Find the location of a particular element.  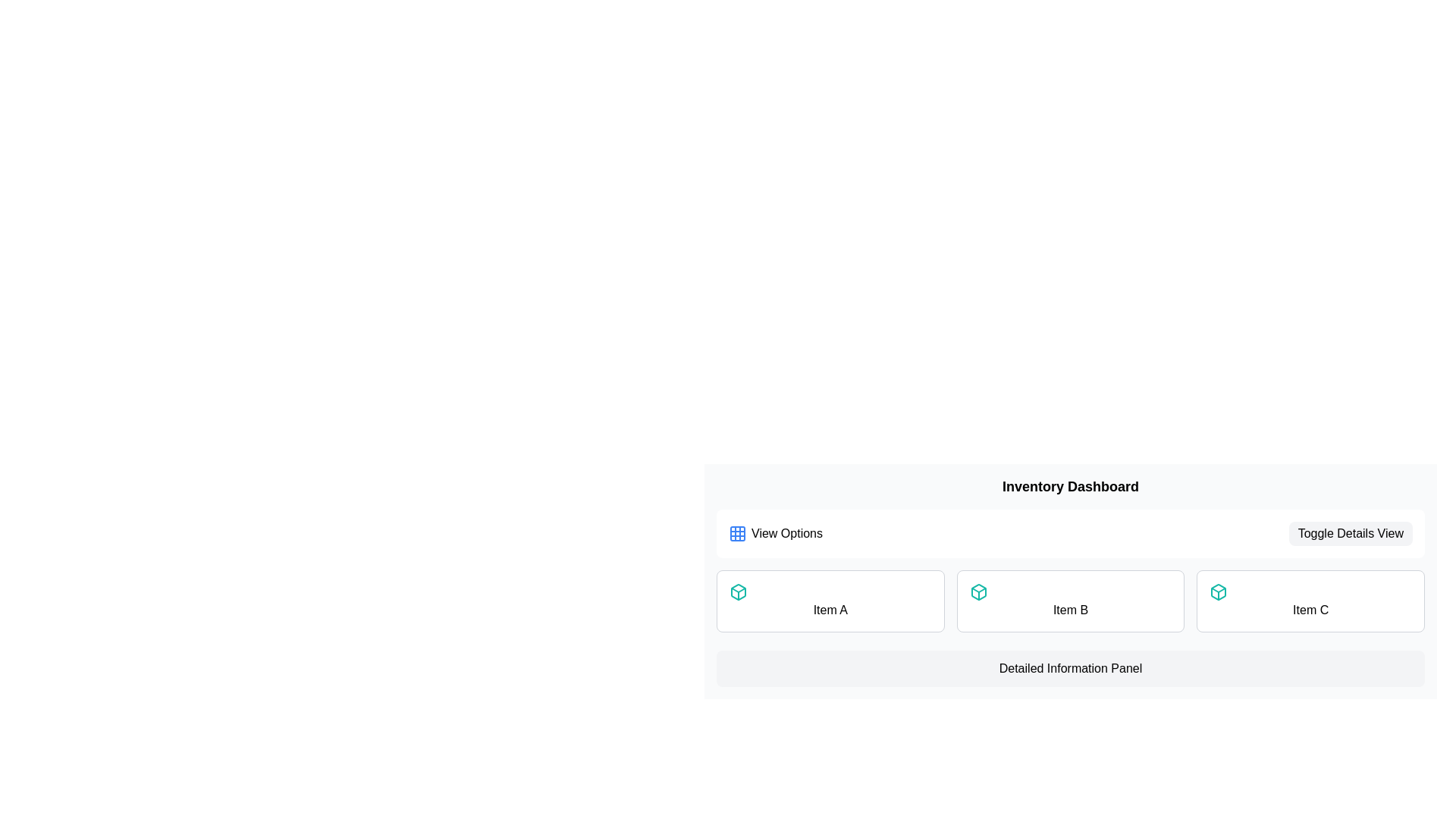

the teal-colored 3D-like box icon in the 'Item A' section of the interface is located at coordinates (978, 591).